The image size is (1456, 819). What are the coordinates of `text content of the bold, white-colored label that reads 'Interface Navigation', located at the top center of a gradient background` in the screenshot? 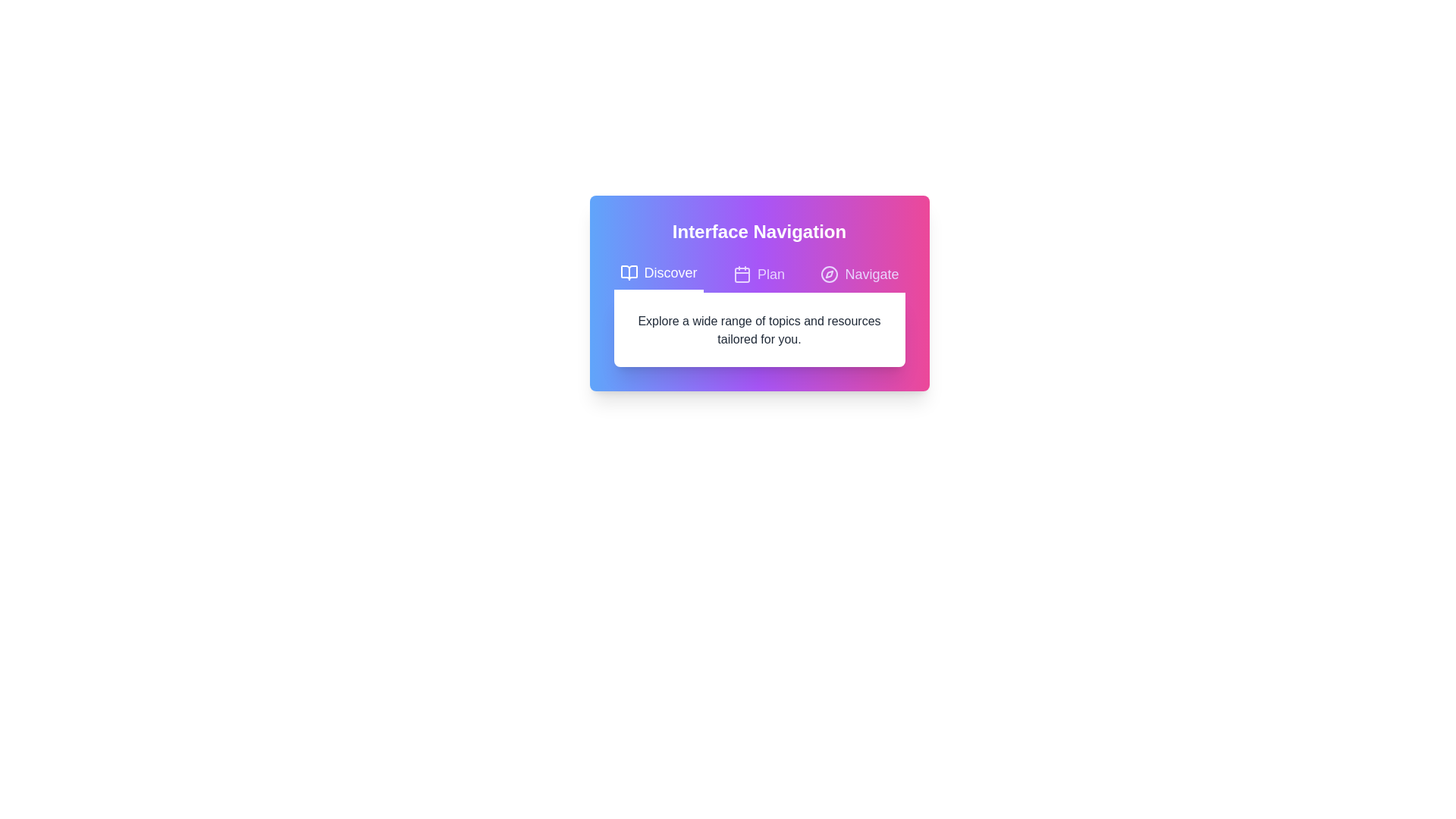 It's located at (759, 231).